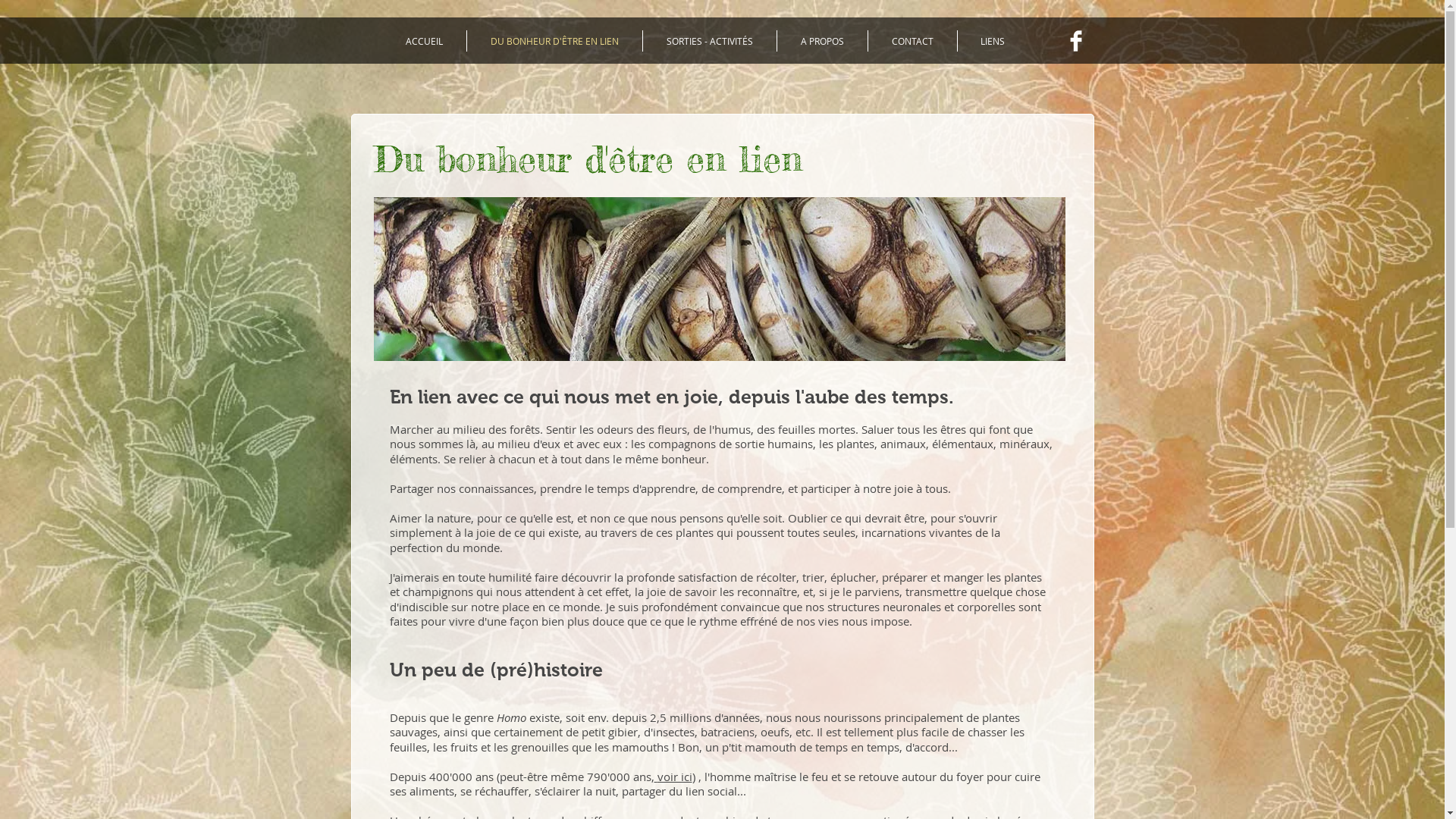  I want to click on 'ACCUEIL', so click(424, 40).